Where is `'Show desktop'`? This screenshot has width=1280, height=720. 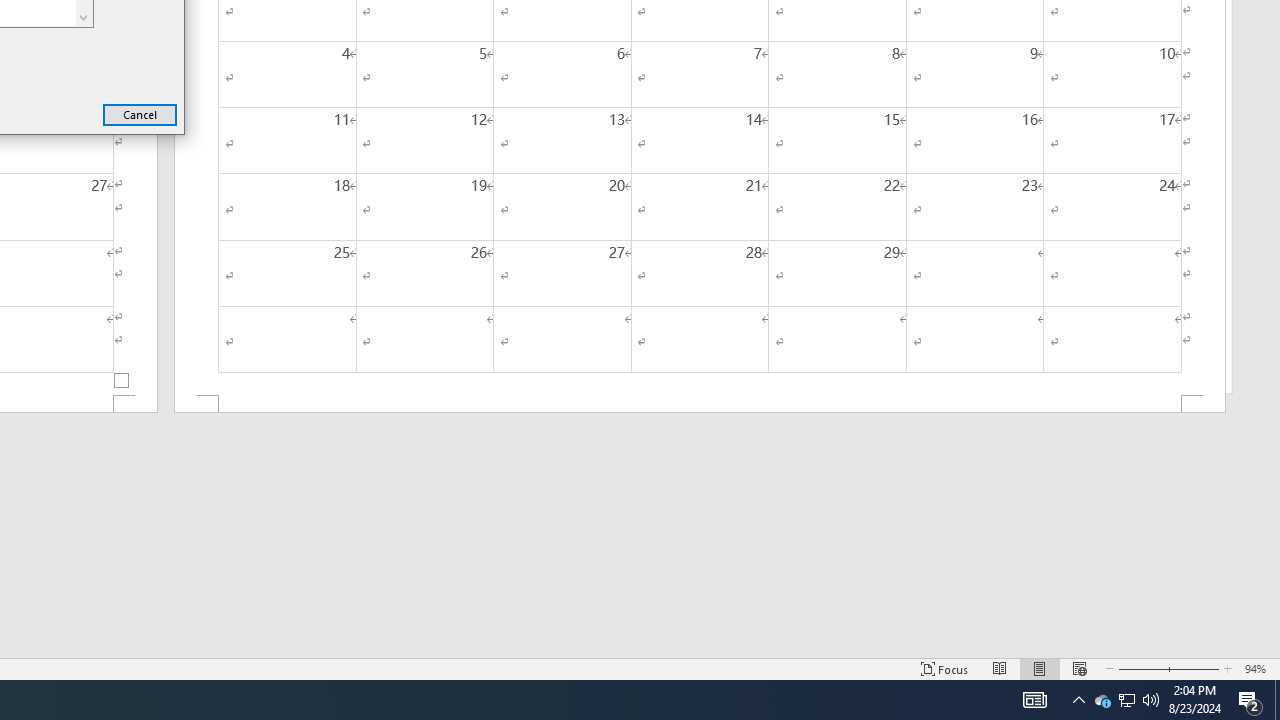
'Show desktop' is located at coordinates (1276, 698).